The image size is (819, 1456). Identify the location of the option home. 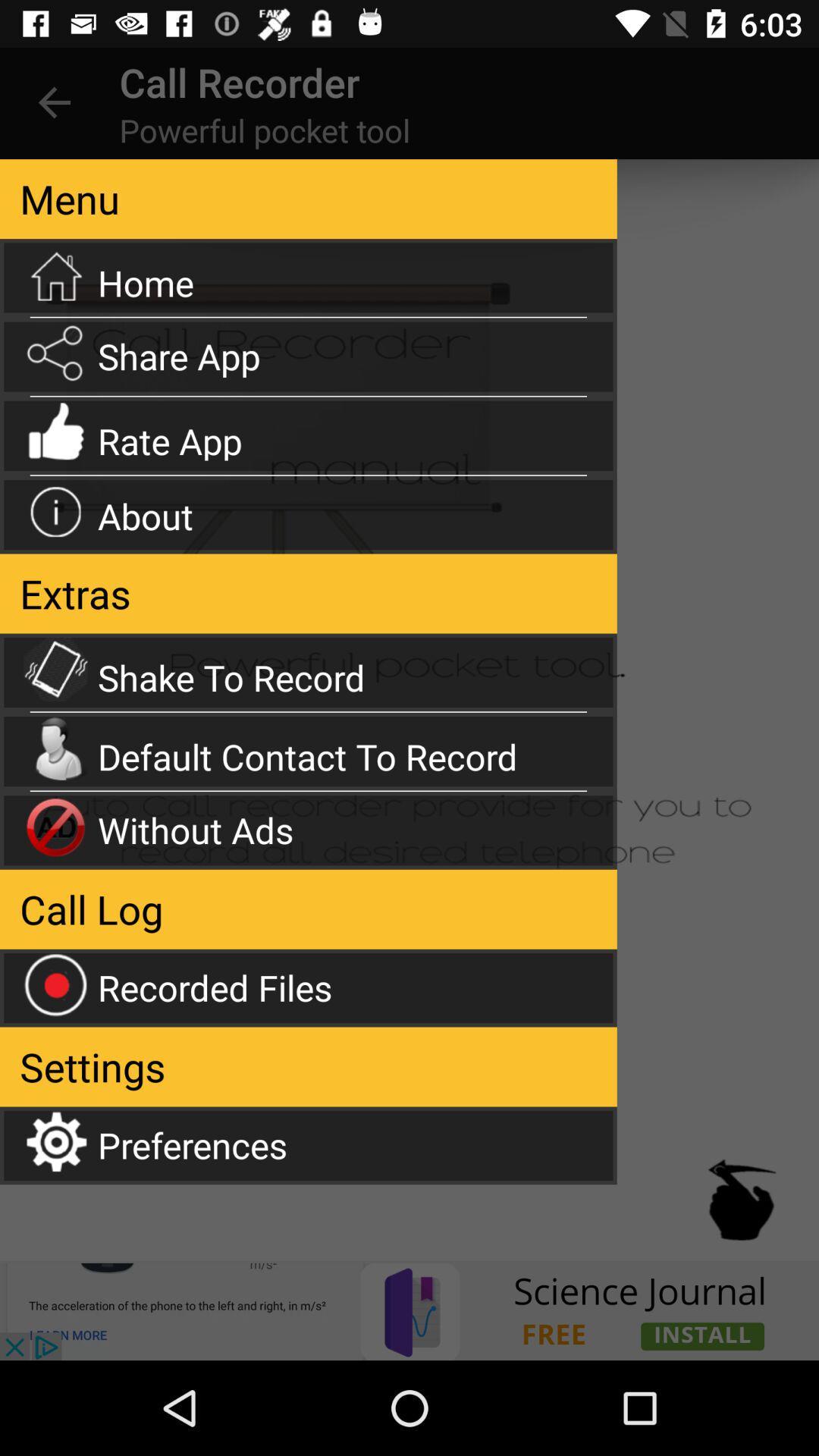
(308, 278).